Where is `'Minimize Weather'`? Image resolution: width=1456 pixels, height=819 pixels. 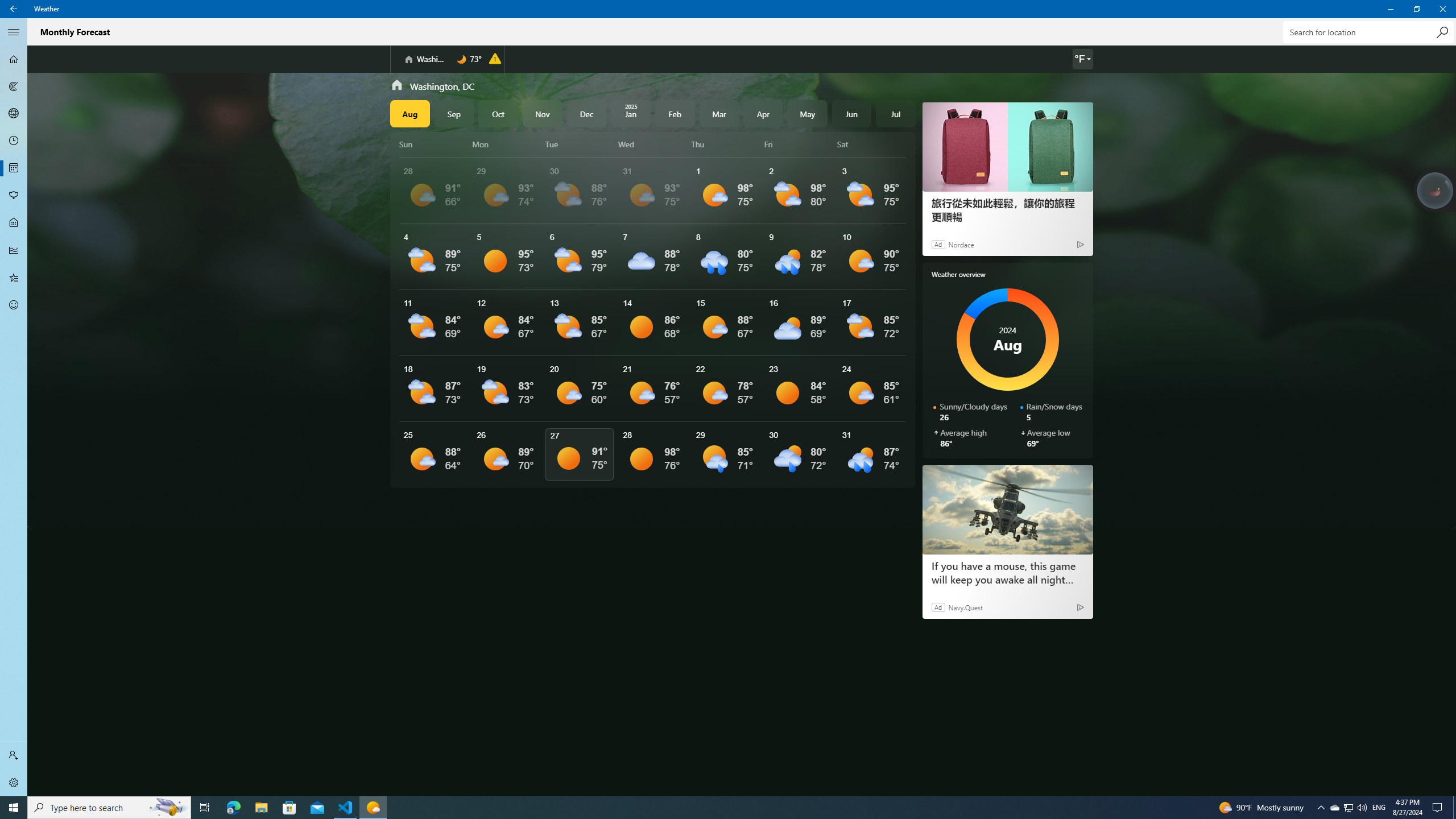
'Minimize Weather' is located at coordinates (1389, 9).